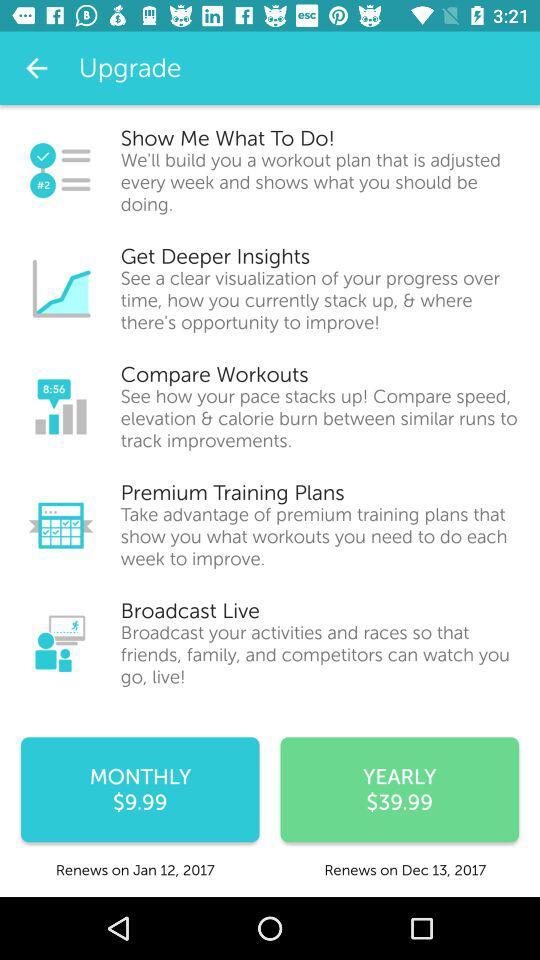 The width and height of the screenshot is (540, 960). Describe the element at coordinates (139, 789) in the screenshot. I see `the item next to the yearly` at that location.